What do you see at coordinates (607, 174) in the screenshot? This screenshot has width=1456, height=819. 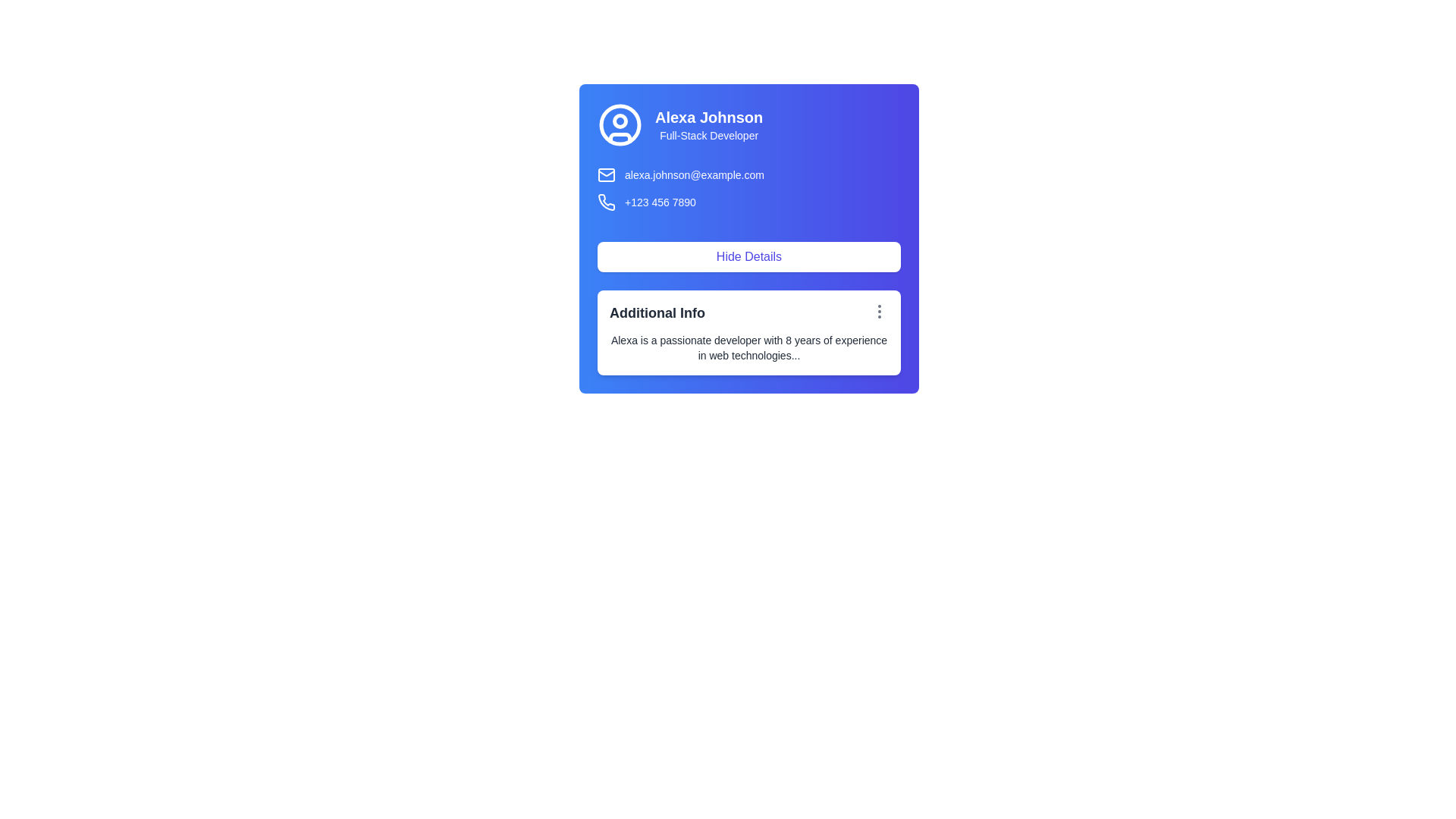 I see `the envelope icon representing the body of the mail envelope` at bounding box center [607, 174].